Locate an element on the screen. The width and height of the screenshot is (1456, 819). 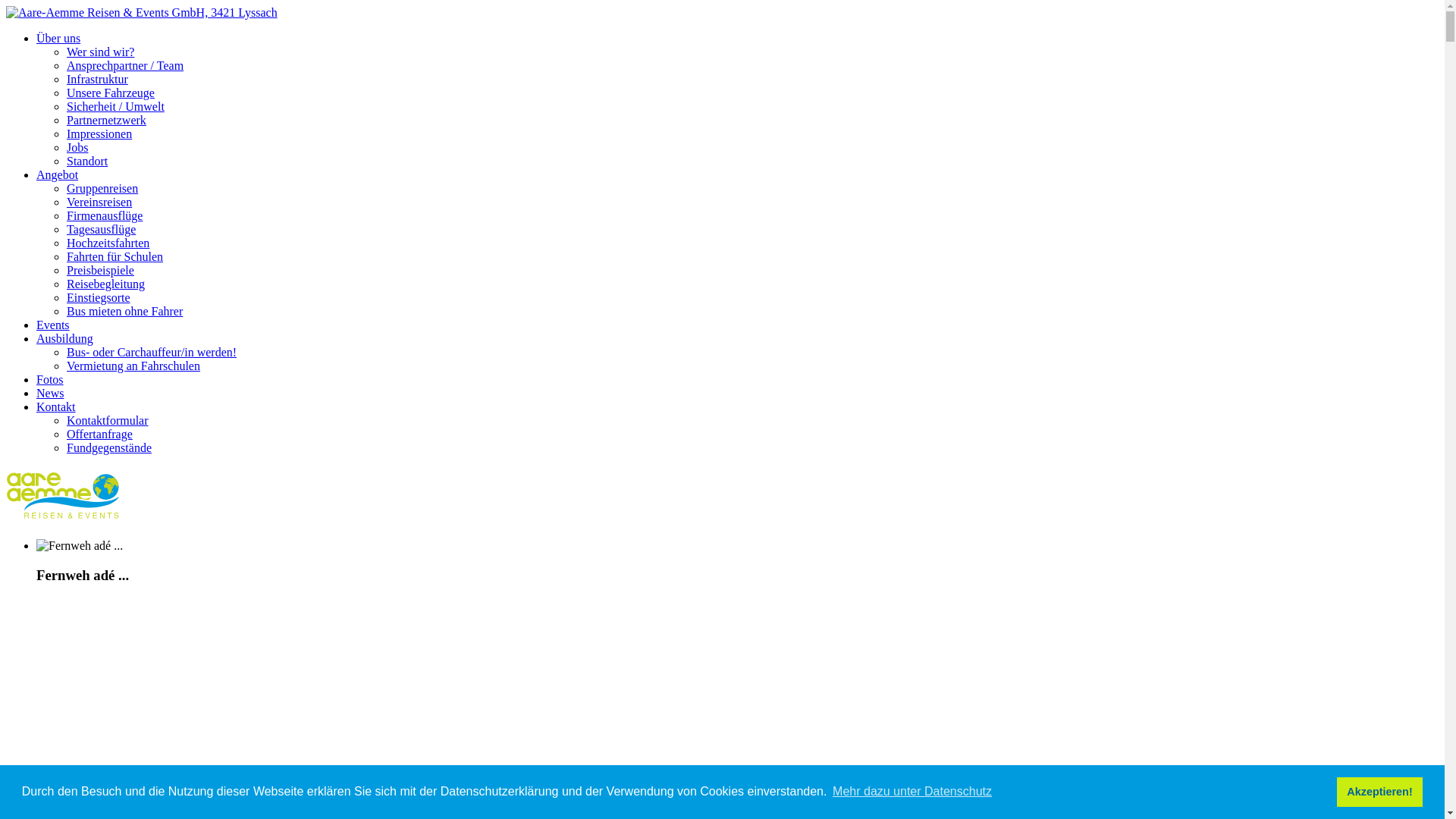
'Jobs' is located at coordinates (76, 147).